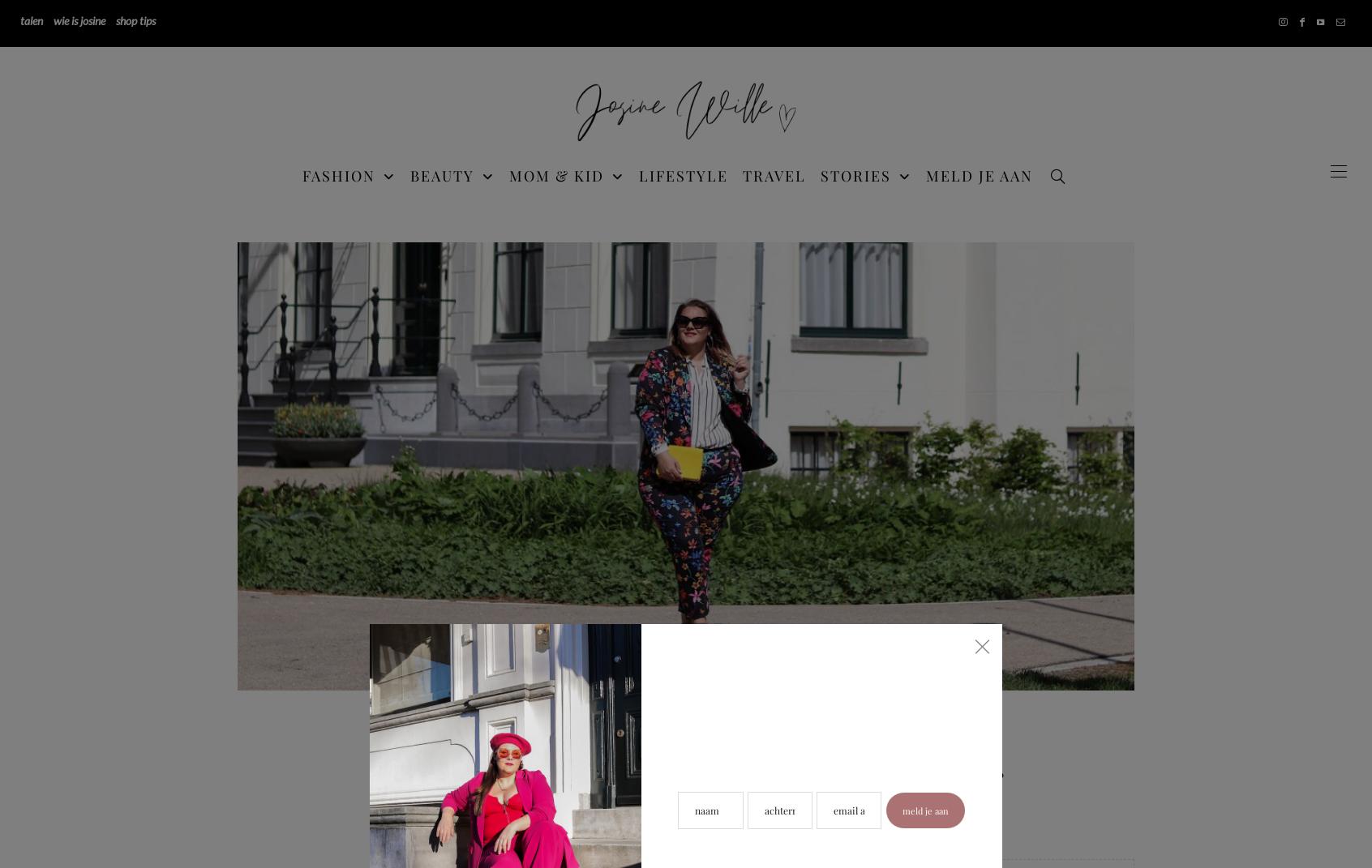 The height and width of the screenshot is (868, 1372). I want to click on 'shop tips', so click(135, 19).